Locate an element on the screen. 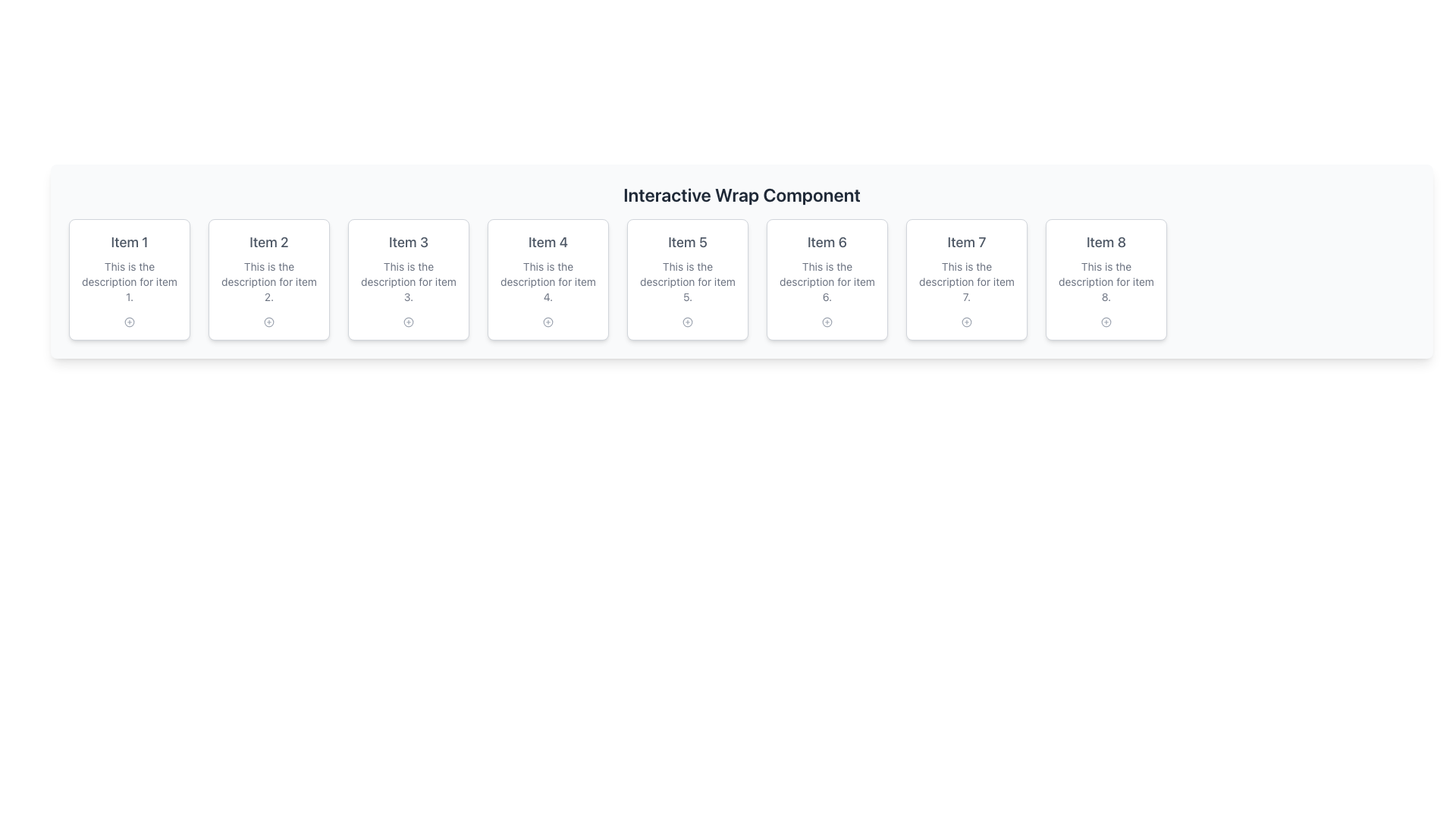 This screenshot has height=819, width=1456. displayed text in the small, gray-colored font that says 'This is the description for item 3.' located below the title 'Item 3' in the third card from the left is located at coordinates (408, 281).